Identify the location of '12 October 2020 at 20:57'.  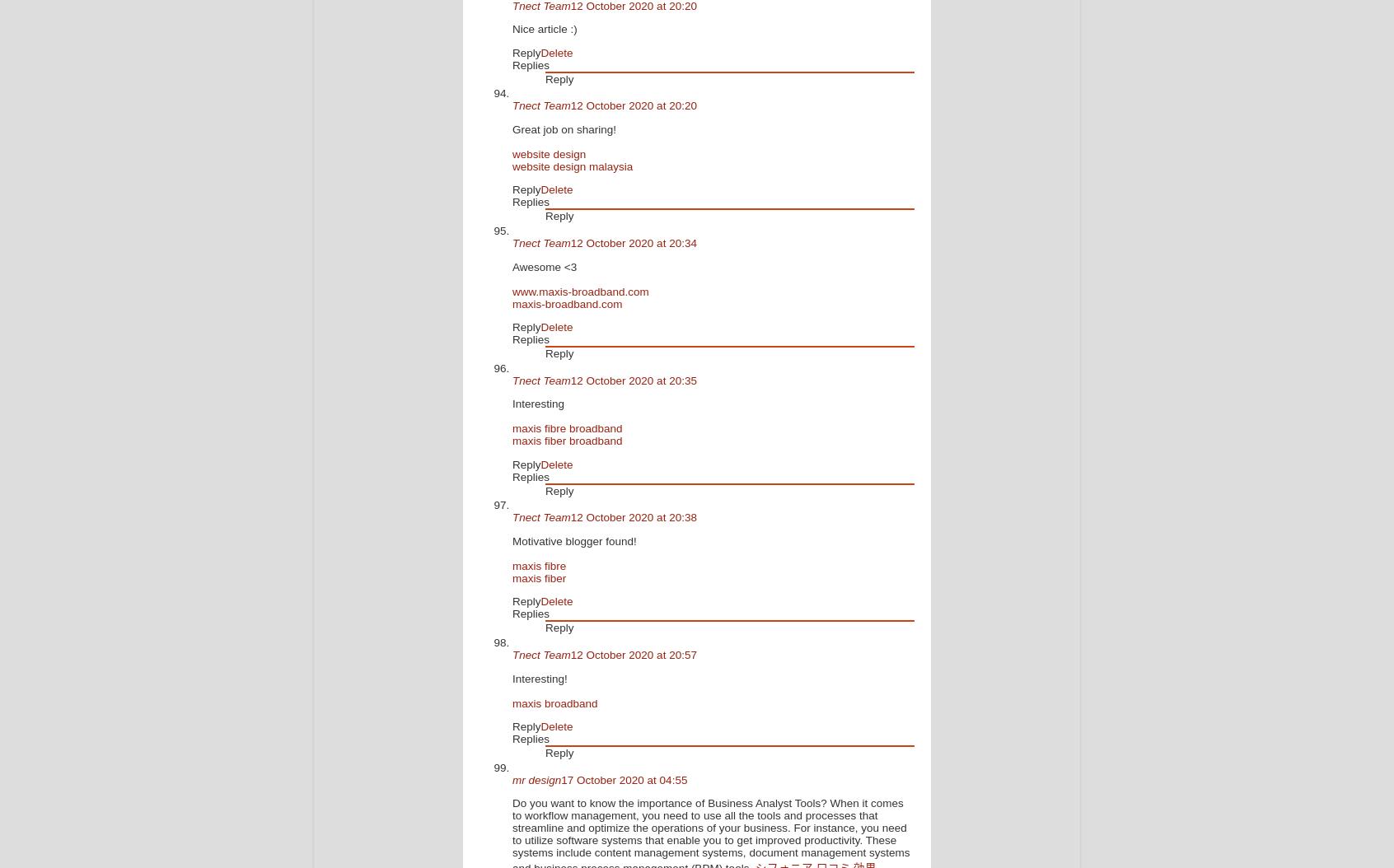
(570, 654).